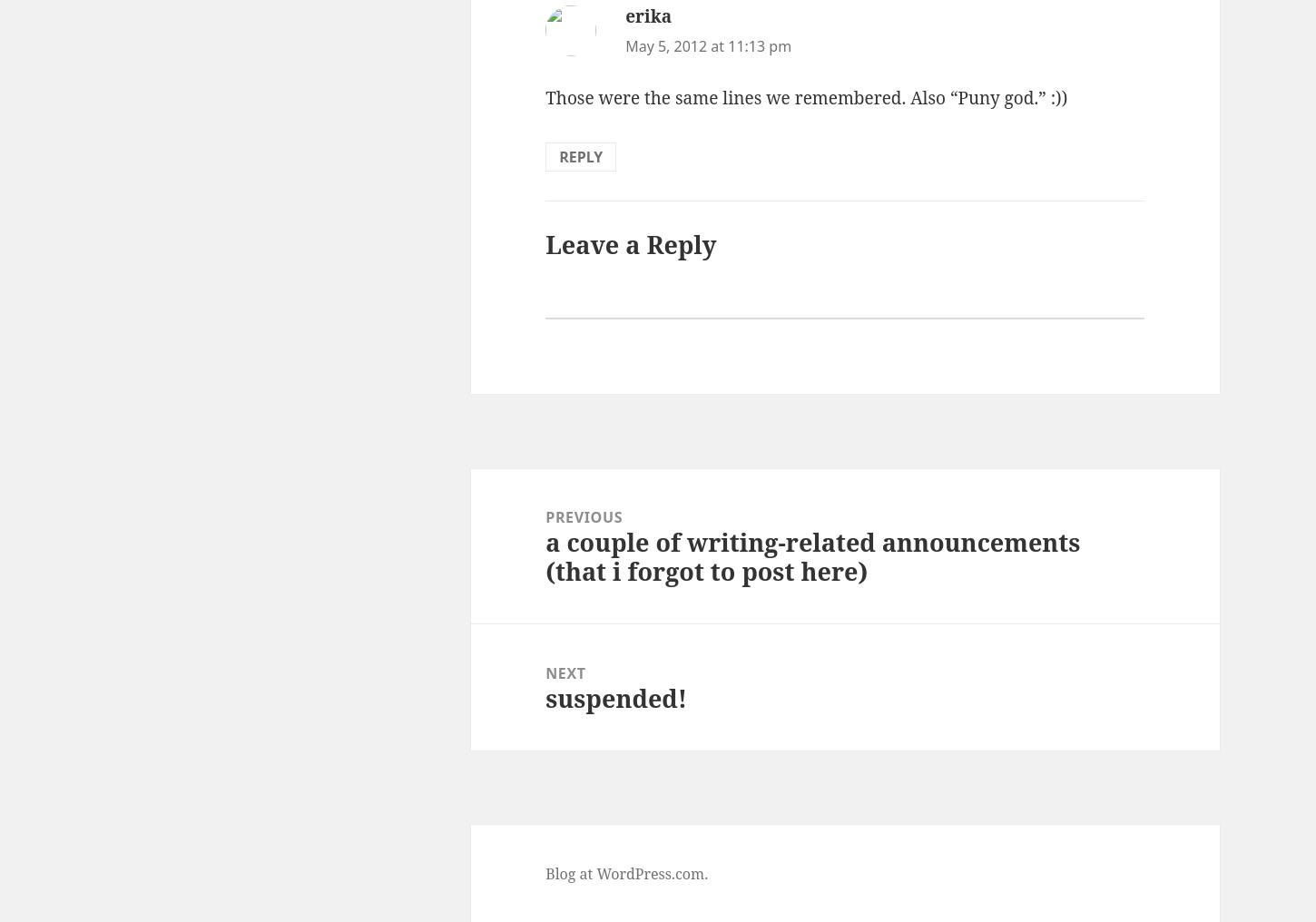 Image resolution: width=1316 pixels, height=922 pixels. What do you see at coordinates (708, 45) in the screenshot?
I see `'May 5, 2012 at 11:13 pm'` at bounding box center [708, 45].